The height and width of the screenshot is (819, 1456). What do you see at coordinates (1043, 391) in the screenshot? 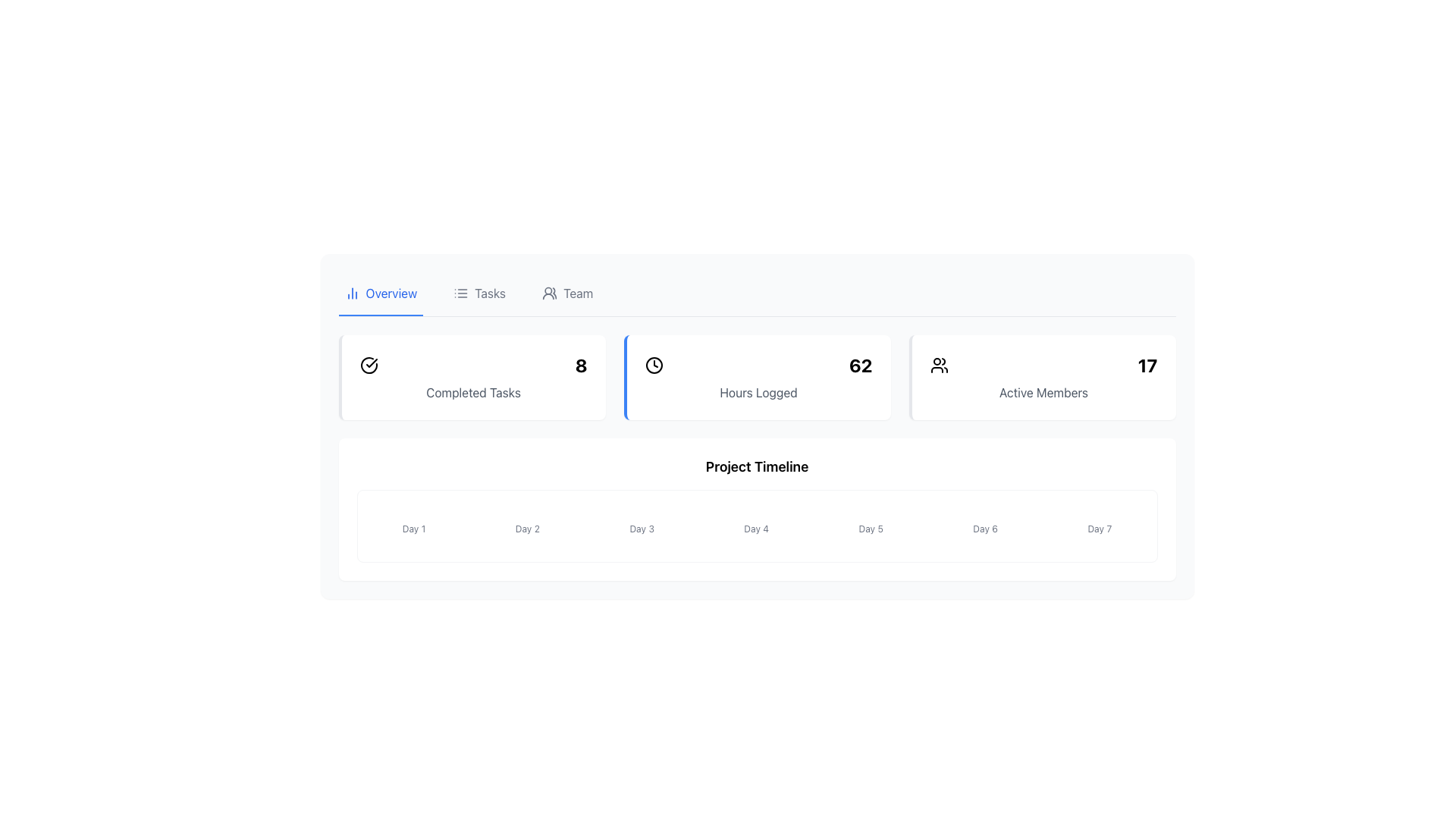
I see `the text label displaying 'Active Members' which is styled in gray font and positioned below the numerical value '17'` at bounding box center [1043, 391].